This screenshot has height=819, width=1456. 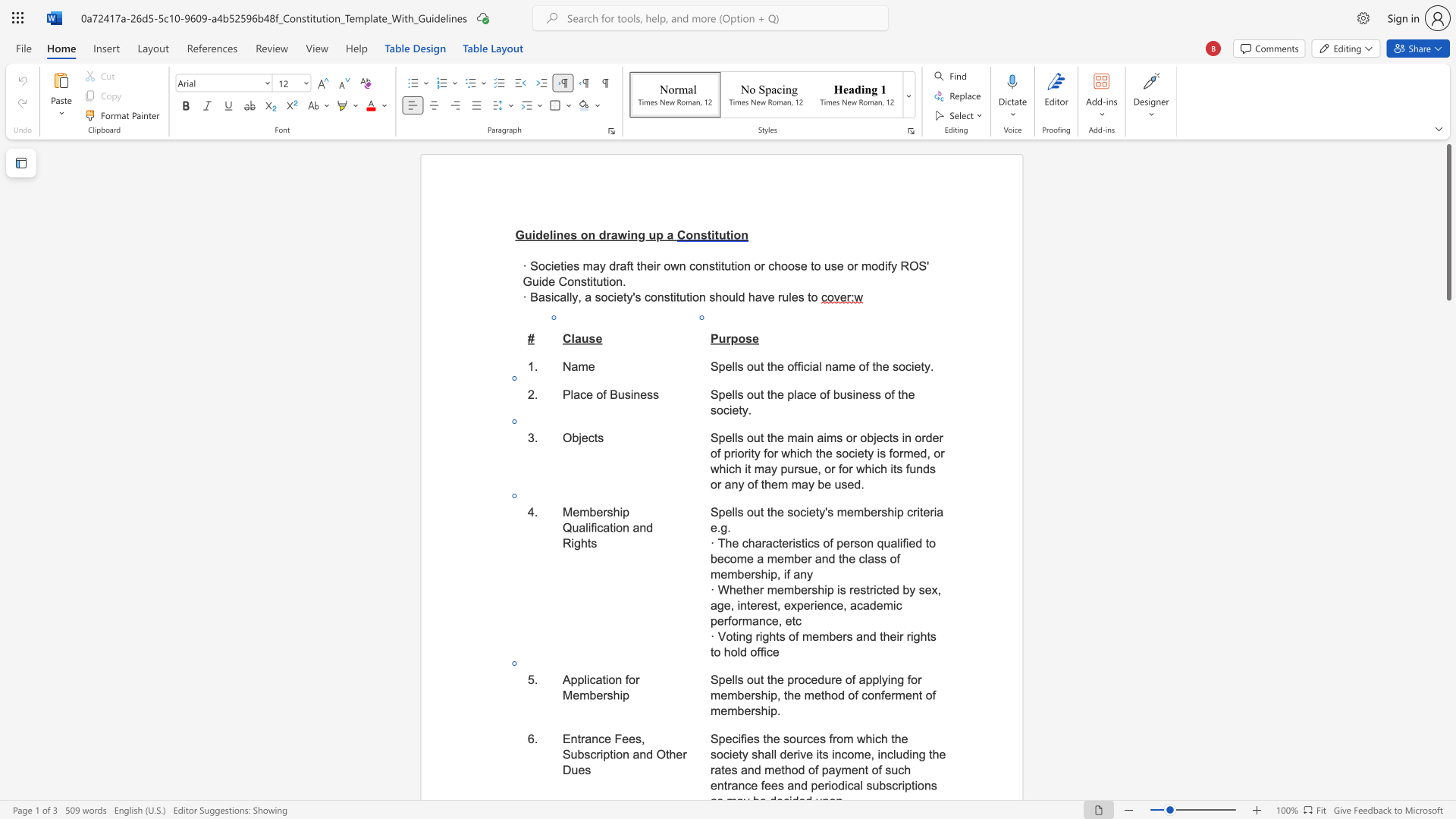 I want to click on the 1th character "a" in the text, so click(x=939, y=512).